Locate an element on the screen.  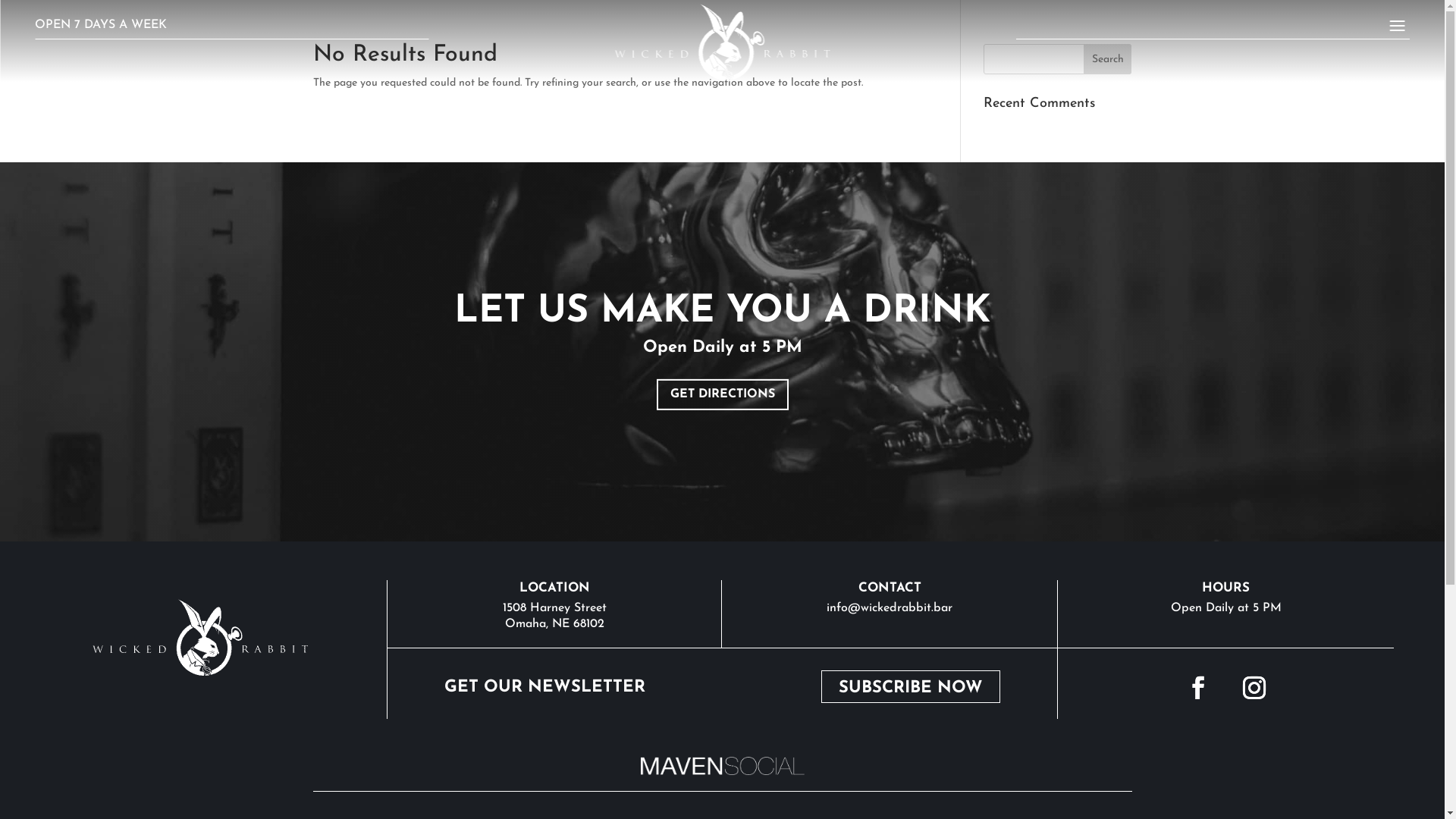
'SUBSCRIBE NOW' is located at coordinates (910, 686).